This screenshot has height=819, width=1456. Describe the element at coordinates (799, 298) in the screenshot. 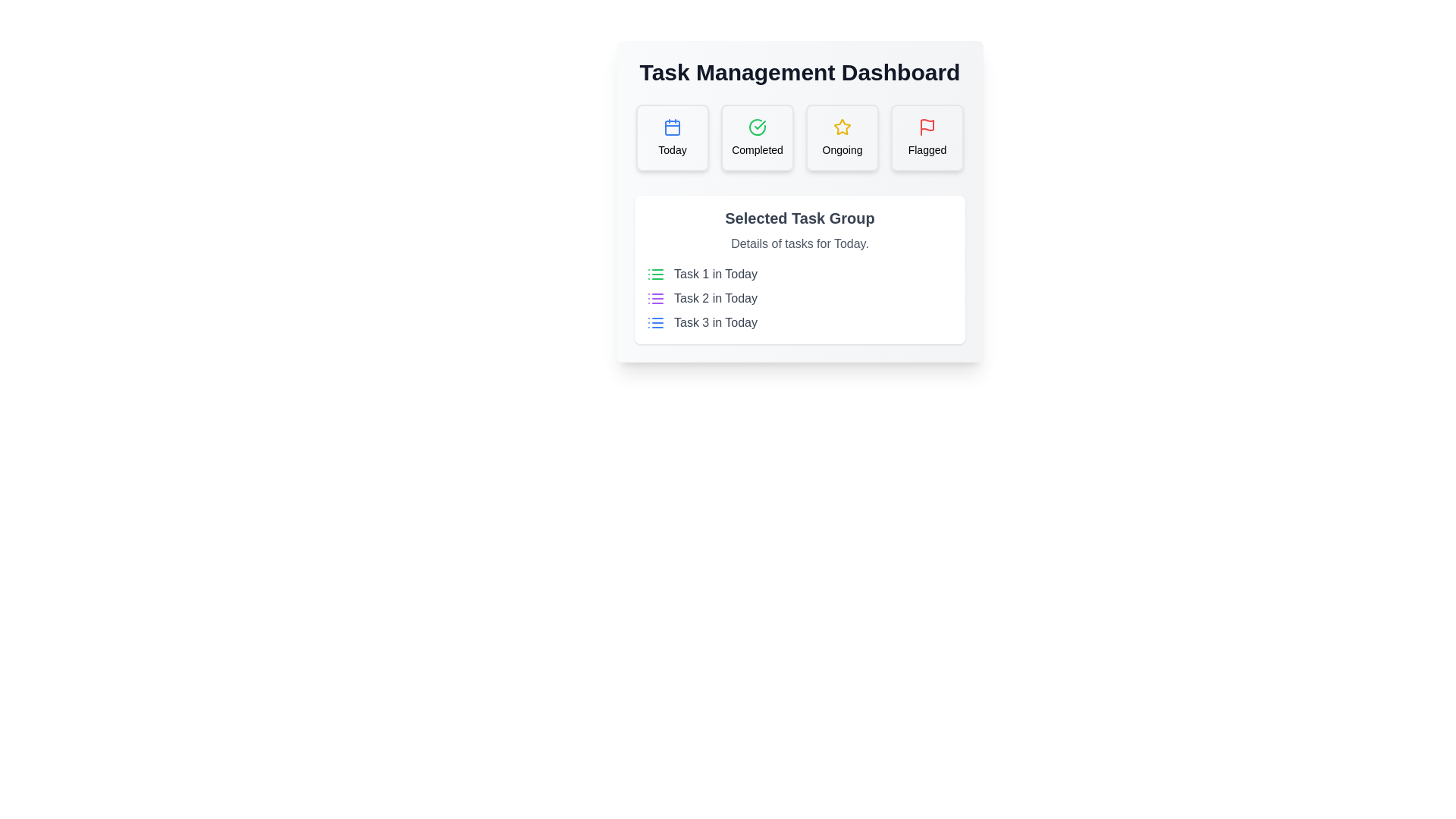

I see `the second list item displaying the name and status of the task 'Task 2' under the 'Details of tasks for Today.' group in the 'Selected Task Group' section` at that location.